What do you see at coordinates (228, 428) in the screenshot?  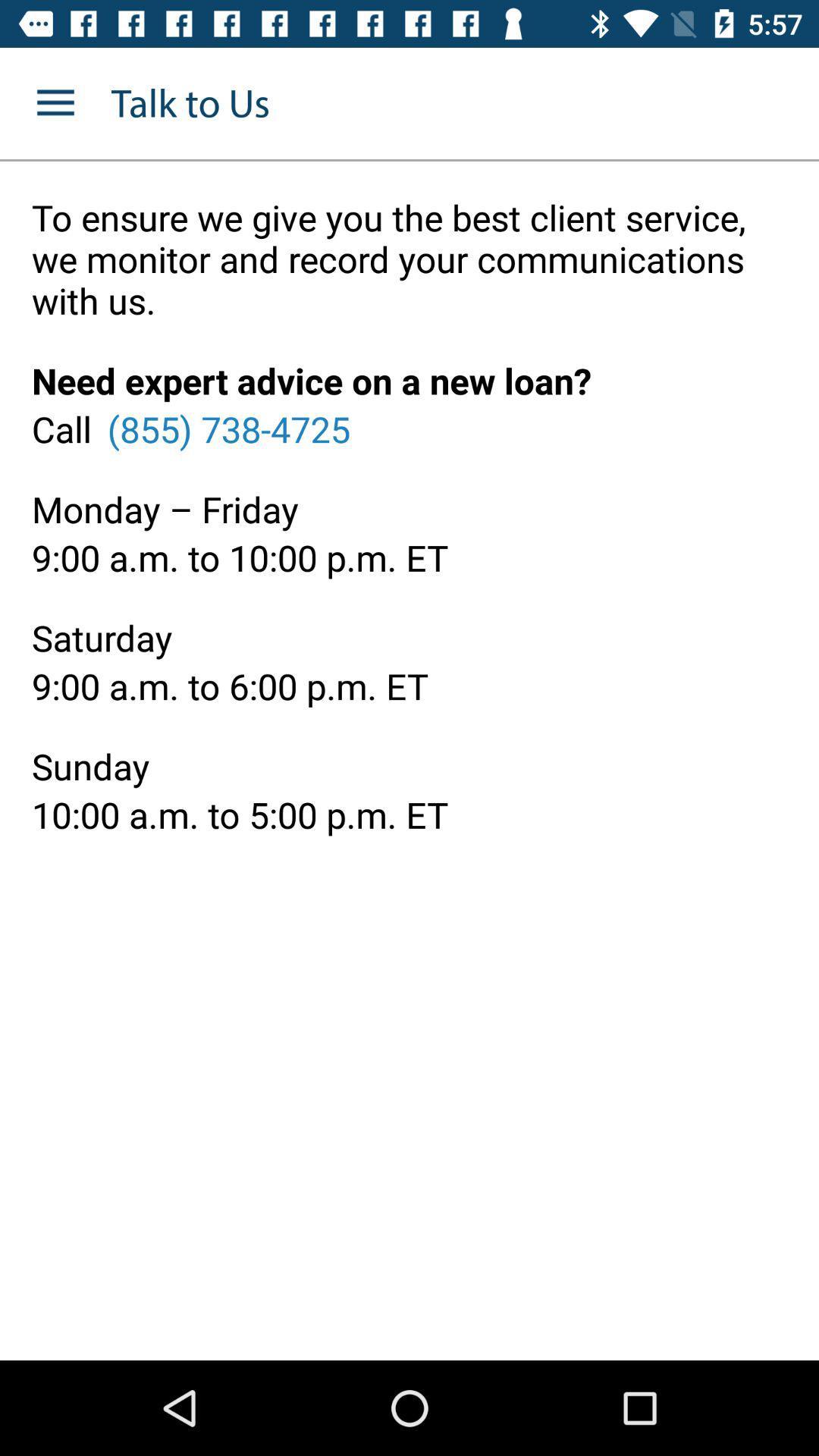 I see `icon below need expert advice icon` at bounding box center [228, 428].